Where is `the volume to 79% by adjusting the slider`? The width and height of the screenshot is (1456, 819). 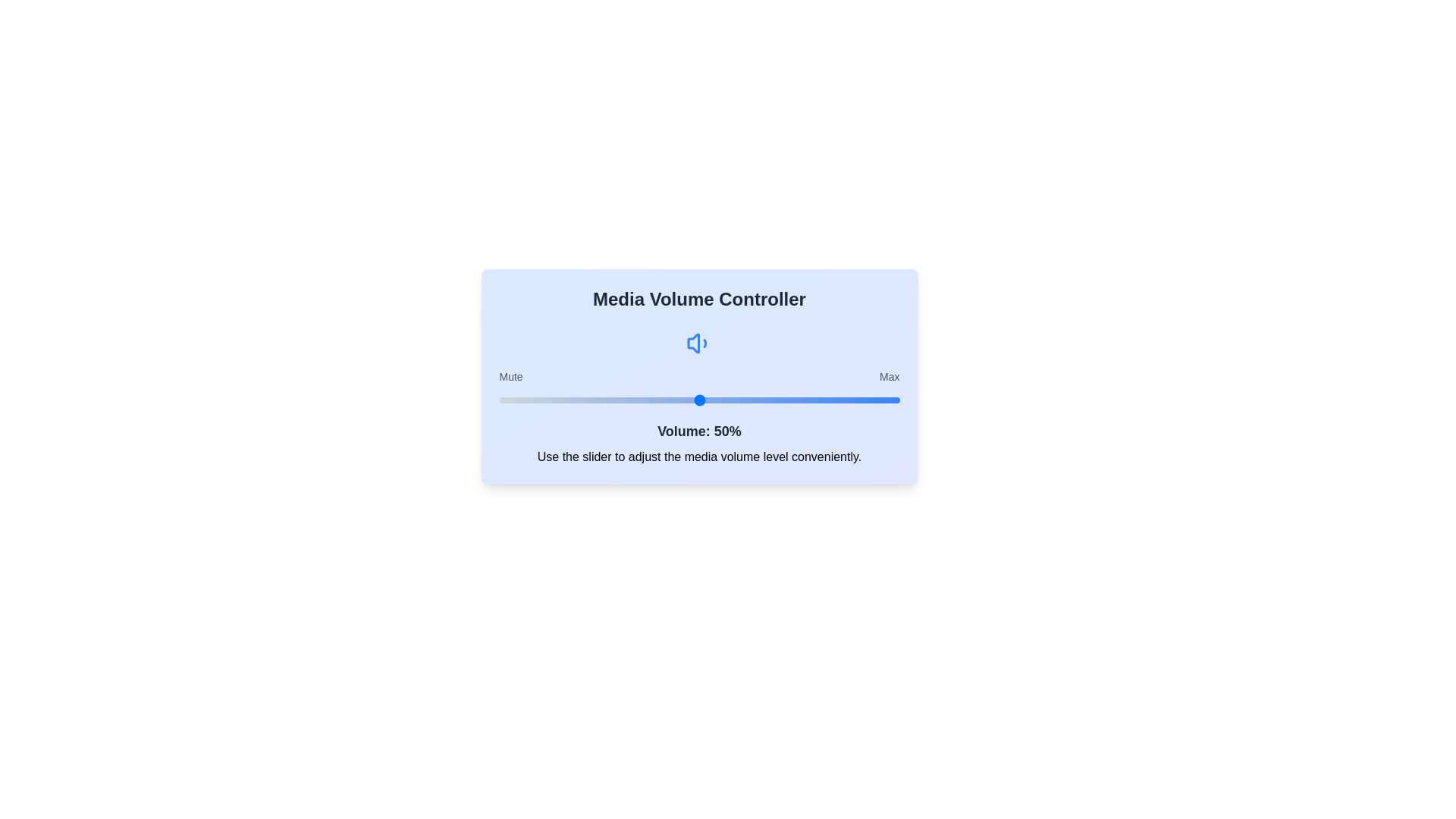
the volume to 79% by adjusting the slider is located at coordinates (814, 400).